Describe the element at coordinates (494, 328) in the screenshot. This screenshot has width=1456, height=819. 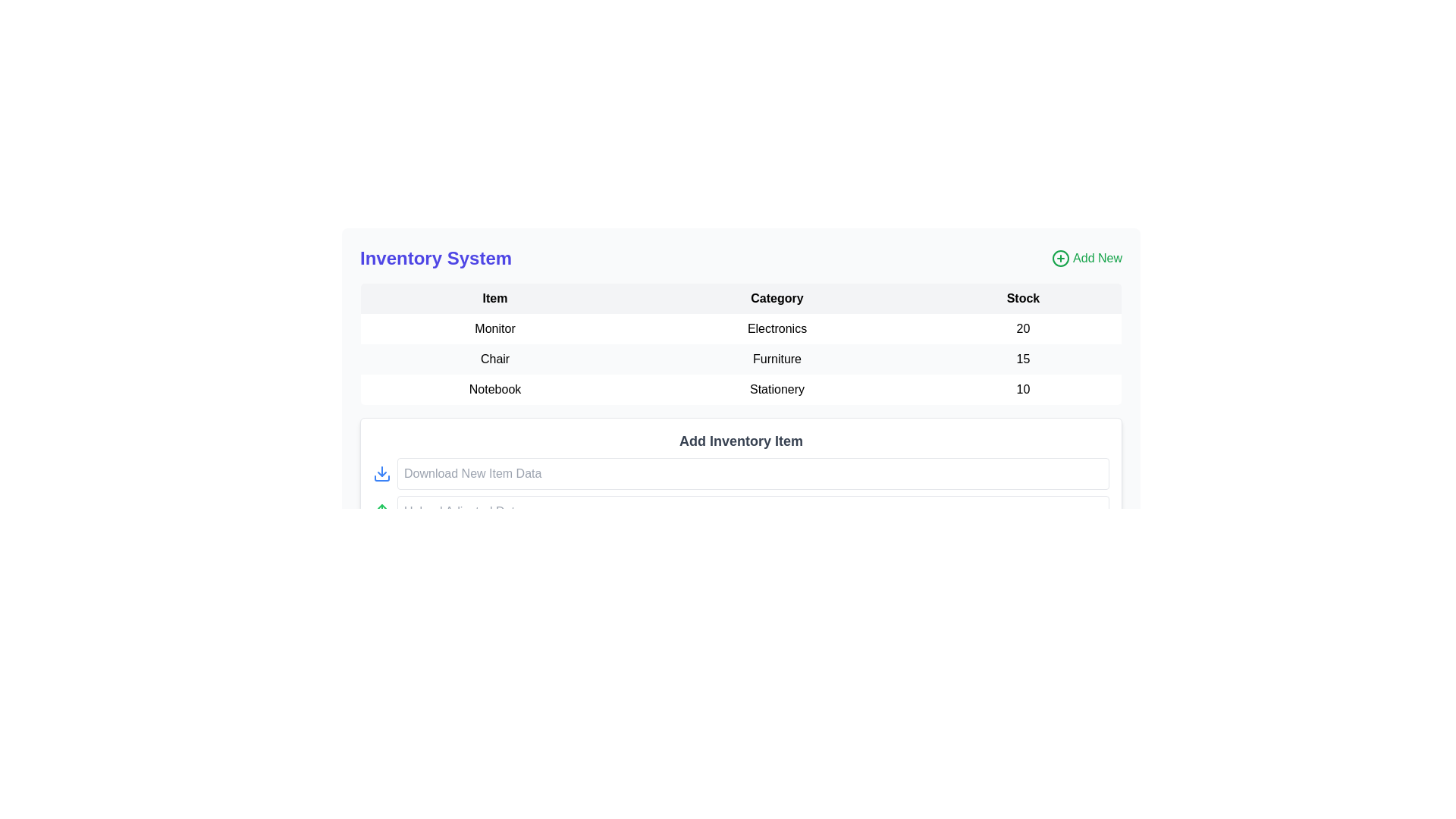
I see `the 'Monitor' text label in the Item column of the table` at that location.